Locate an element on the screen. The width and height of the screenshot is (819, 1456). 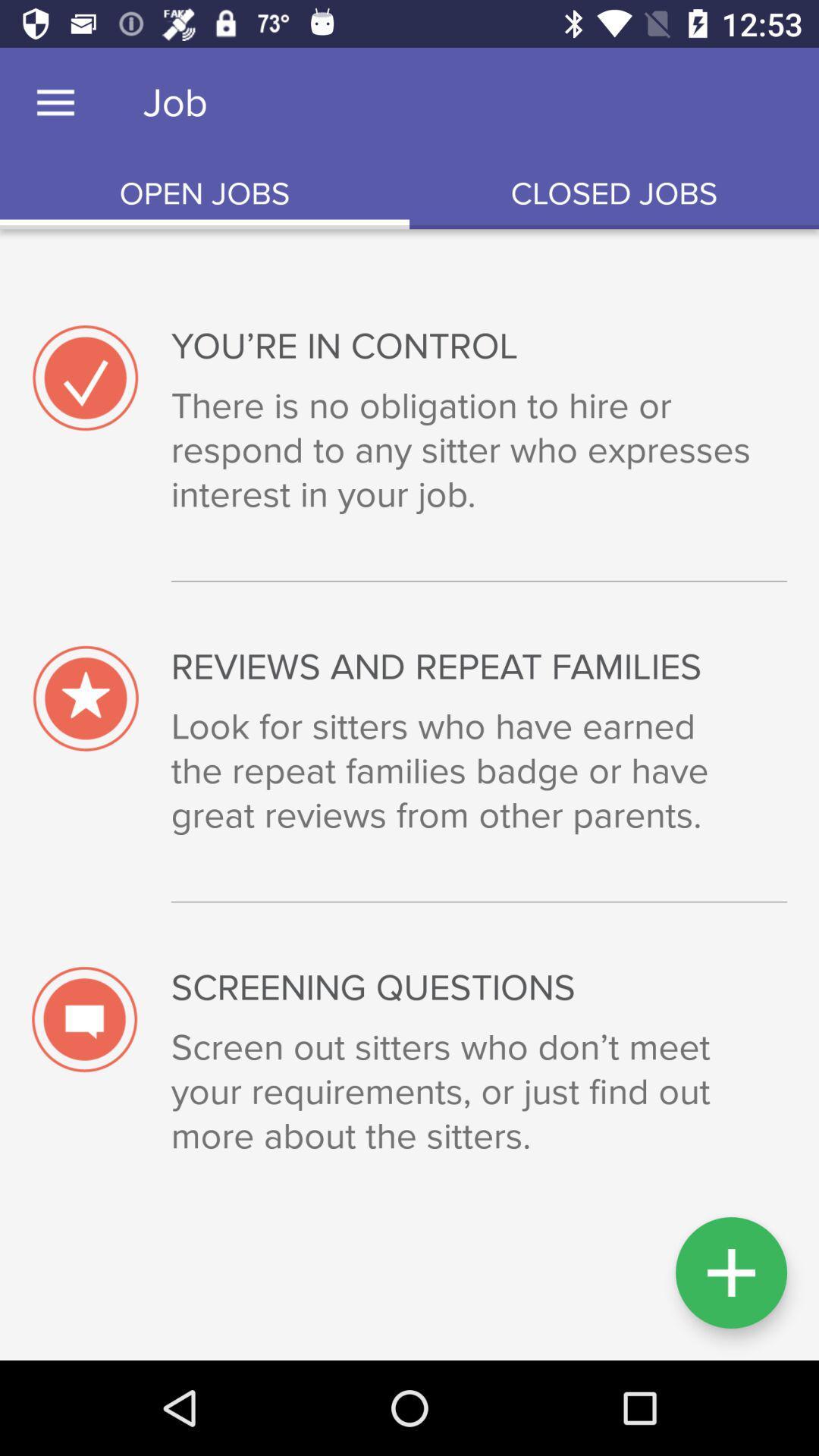
item to the left of the closed jobs is located at coordinates (205, 193).